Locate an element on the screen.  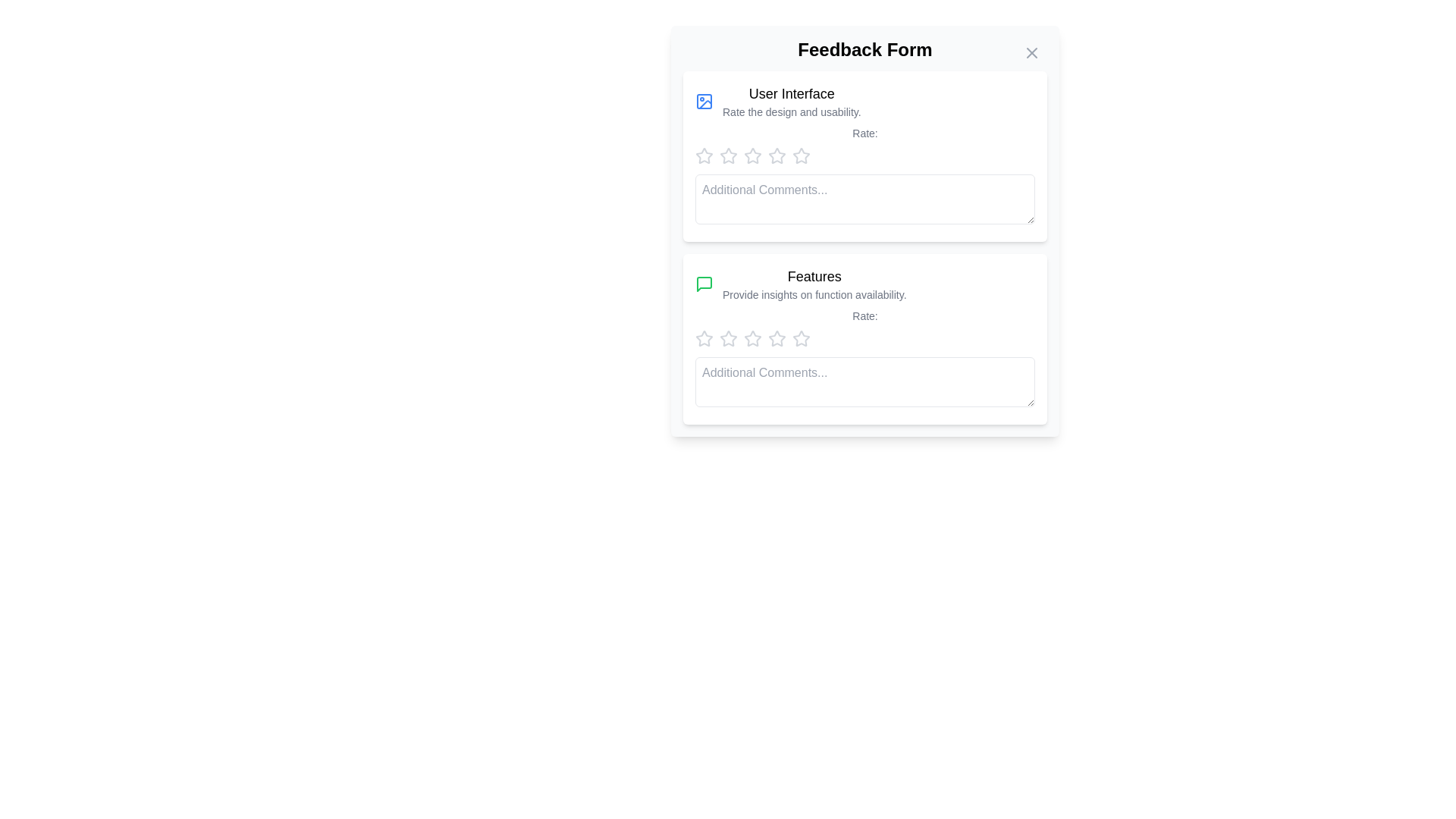
the sixth star-shaped rating icon in the 'Features' section of the feedback form is located at coordinates (777, 338).